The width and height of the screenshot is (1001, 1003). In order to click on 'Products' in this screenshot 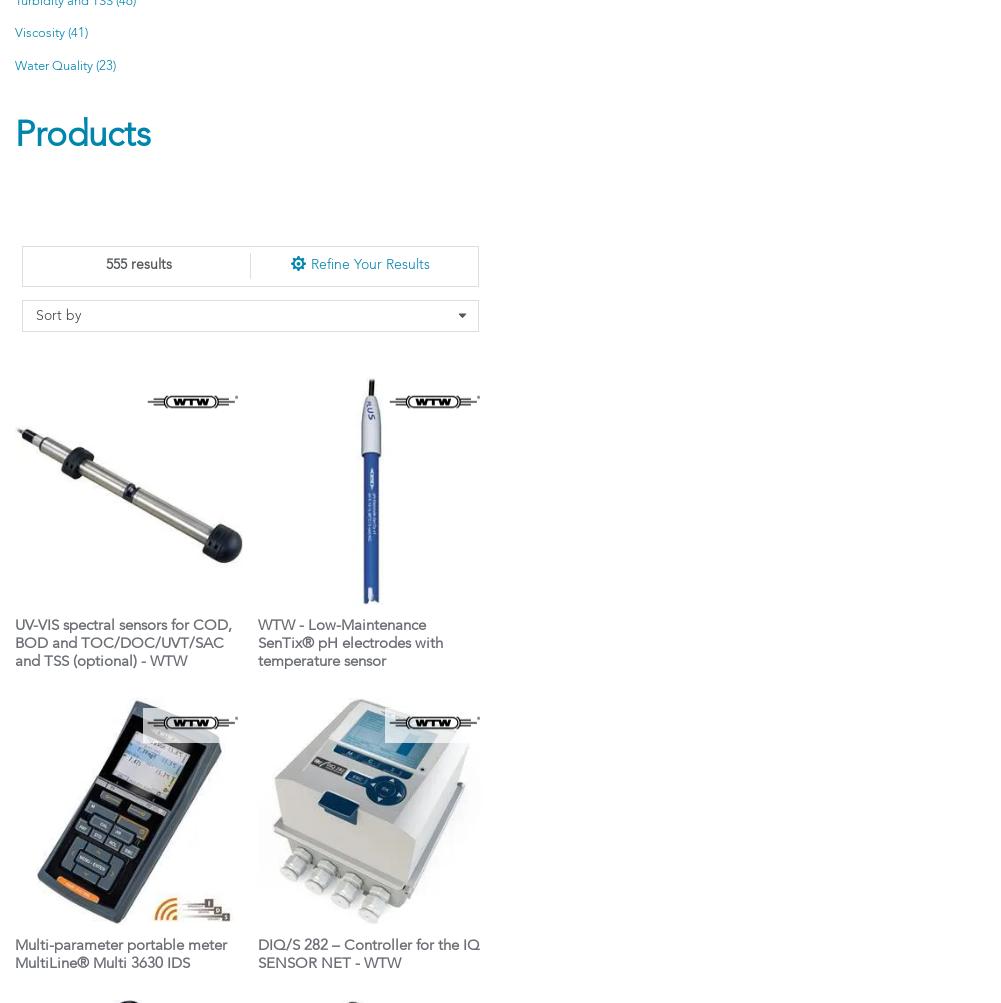, I will do `click(81, 135)`.